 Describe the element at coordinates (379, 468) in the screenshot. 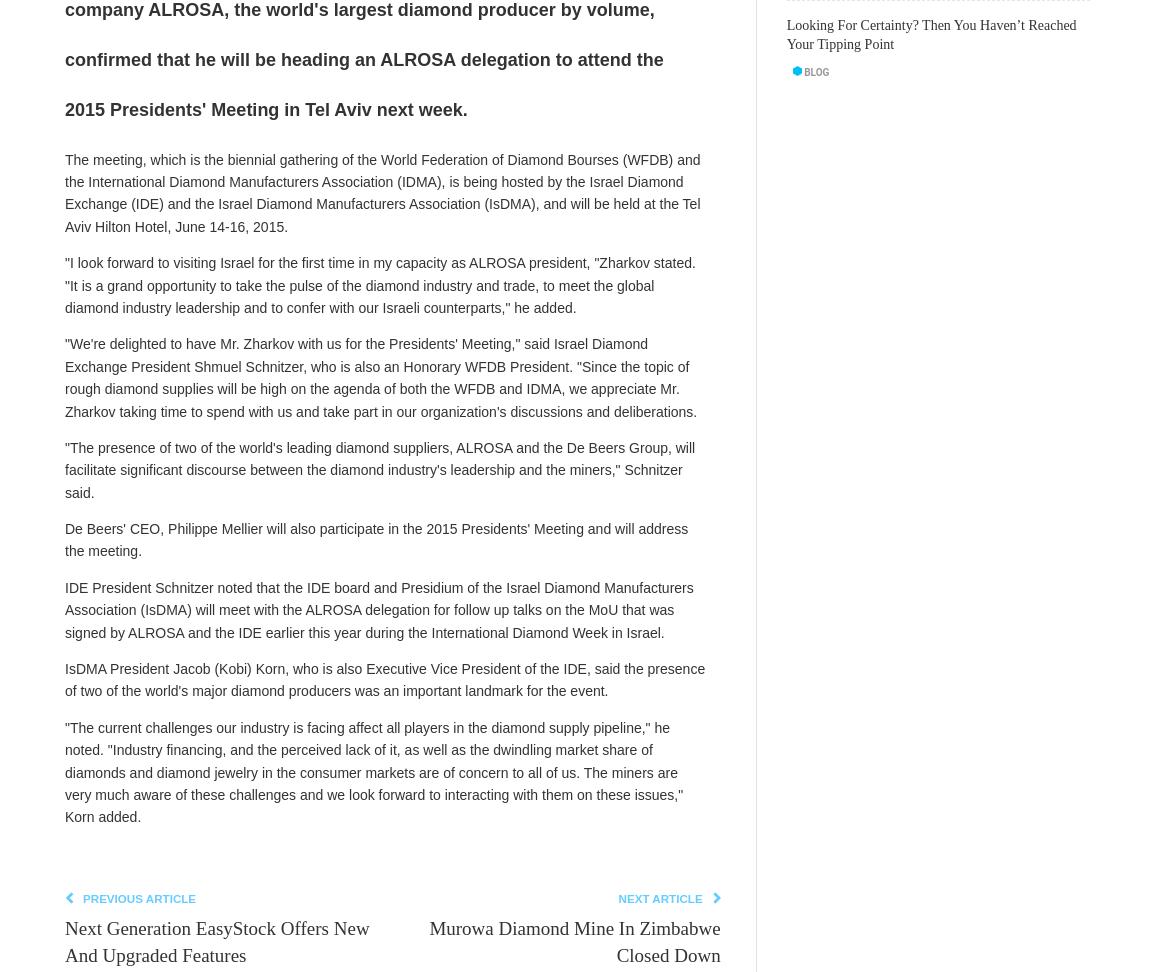

I see `'"The presence of two of the world's leading diamond suppliers, ALROSA and the De Beers Group, will facilitate significant discourse between the diamond industry's leadership and the miners," Schnitzer said.'` at that location.